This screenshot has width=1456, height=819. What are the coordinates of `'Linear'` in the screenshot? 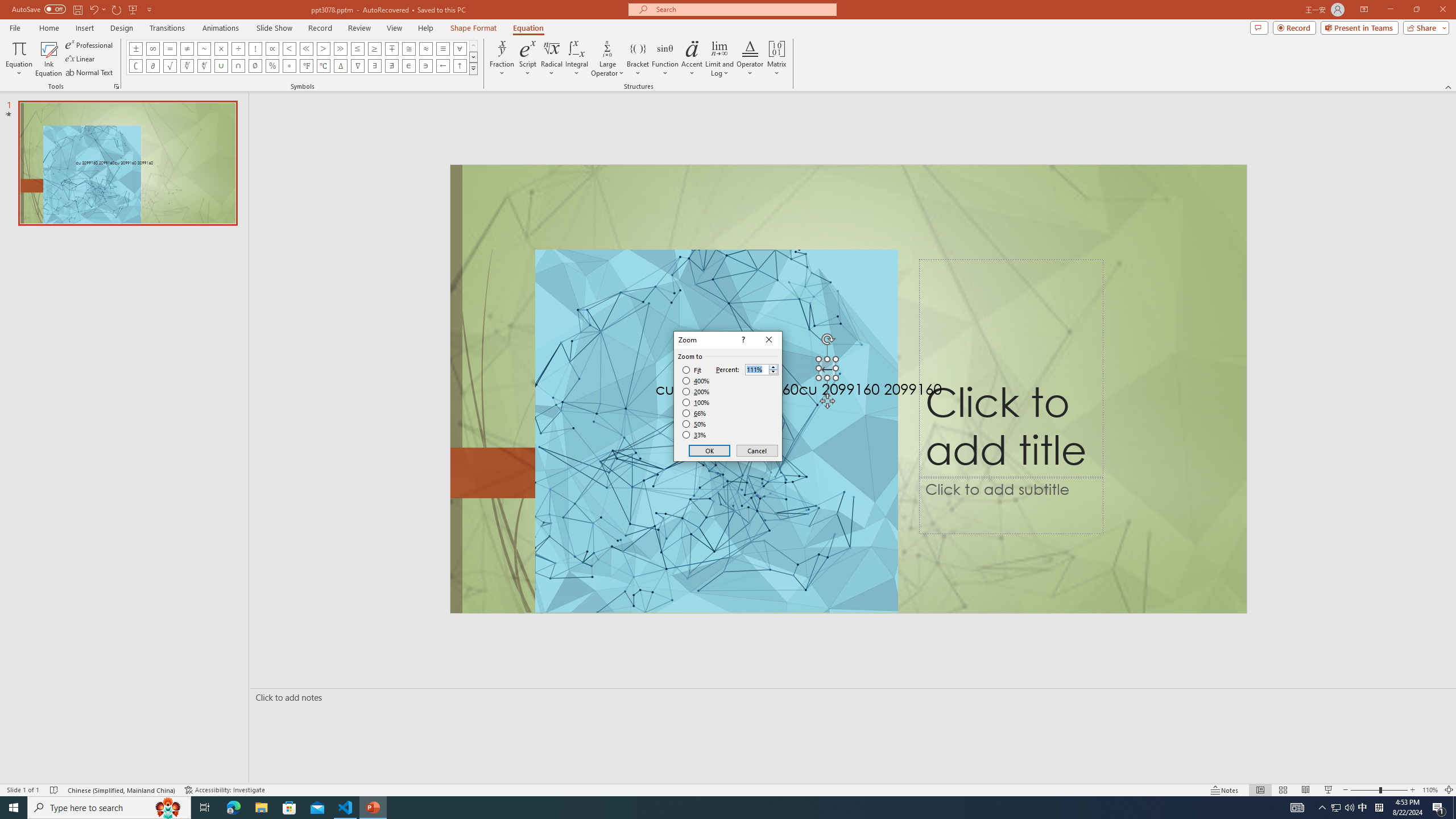 It's located at (81, 59).